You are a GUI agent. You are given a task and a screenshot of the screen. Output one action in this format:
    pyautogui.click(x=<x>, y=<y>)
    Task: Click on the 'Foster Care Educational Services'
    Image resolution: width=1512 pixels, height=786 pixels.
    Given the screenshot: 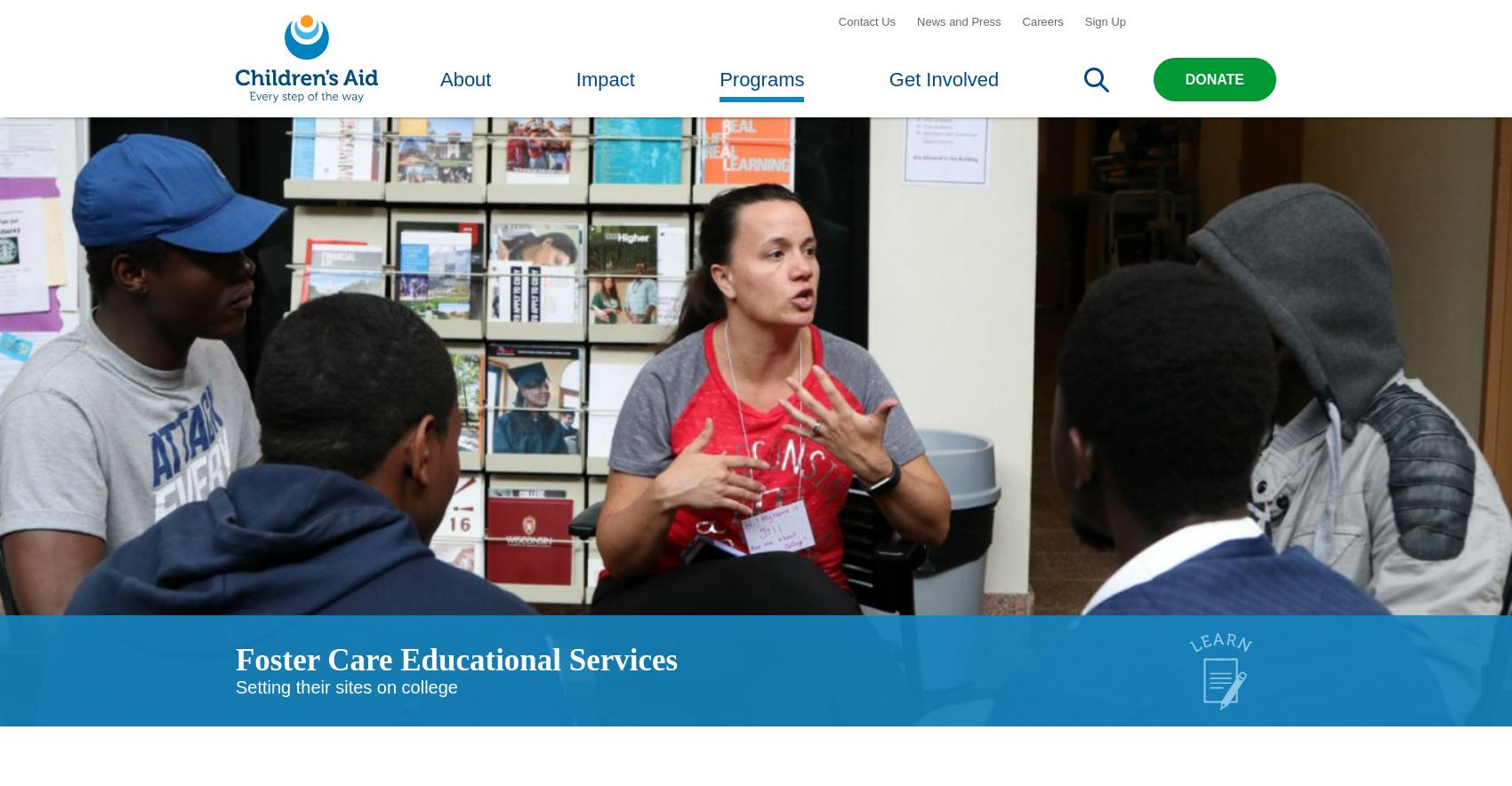 What is the action you would take?
    pyautogui.click(x=456, y=683)
    